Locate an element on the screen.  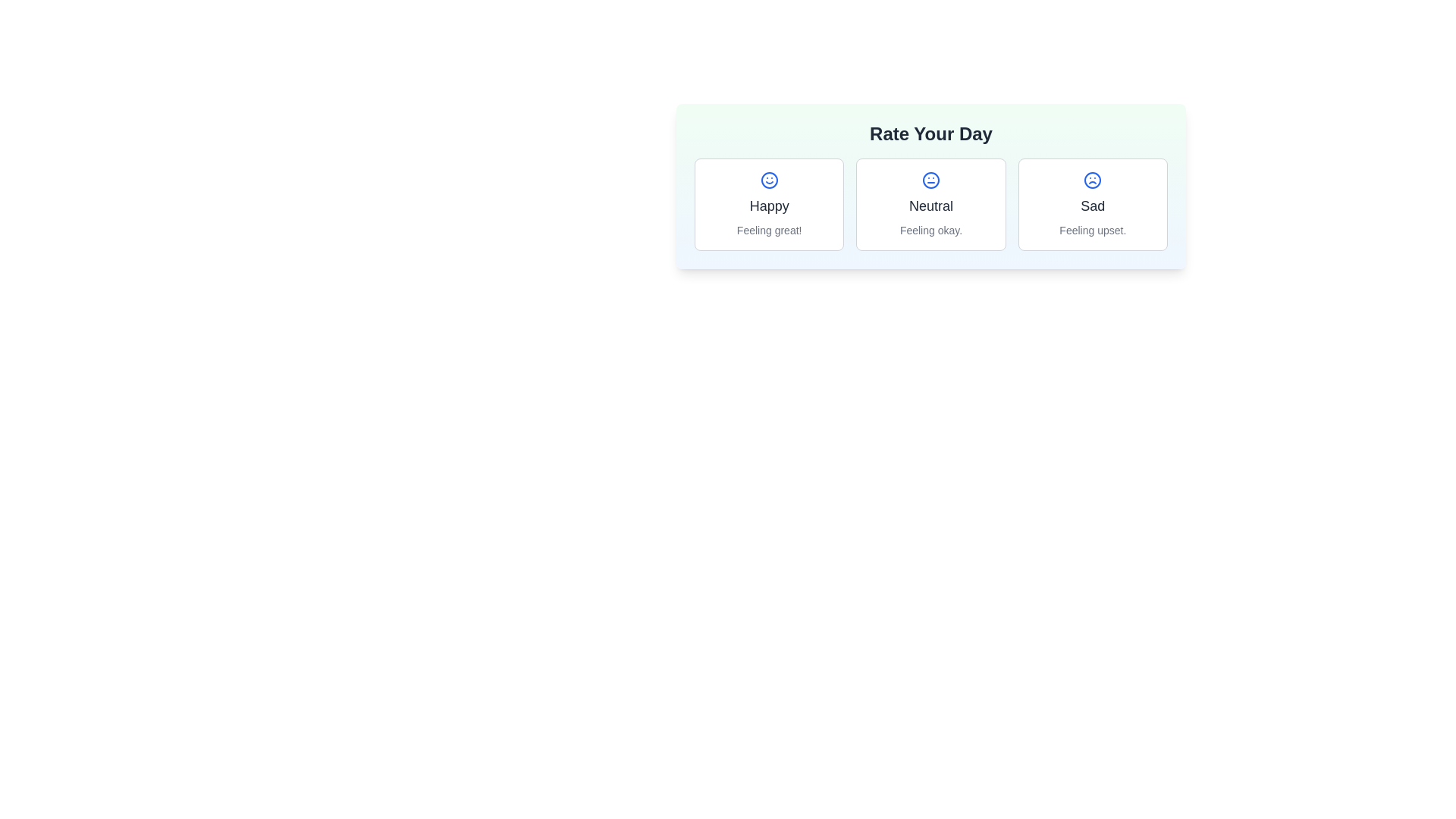
the selectable card widget that indicates the user's mood is sad, which is located as the third item in the mood rating feature grid layout is located at coordinates (1093, 205).